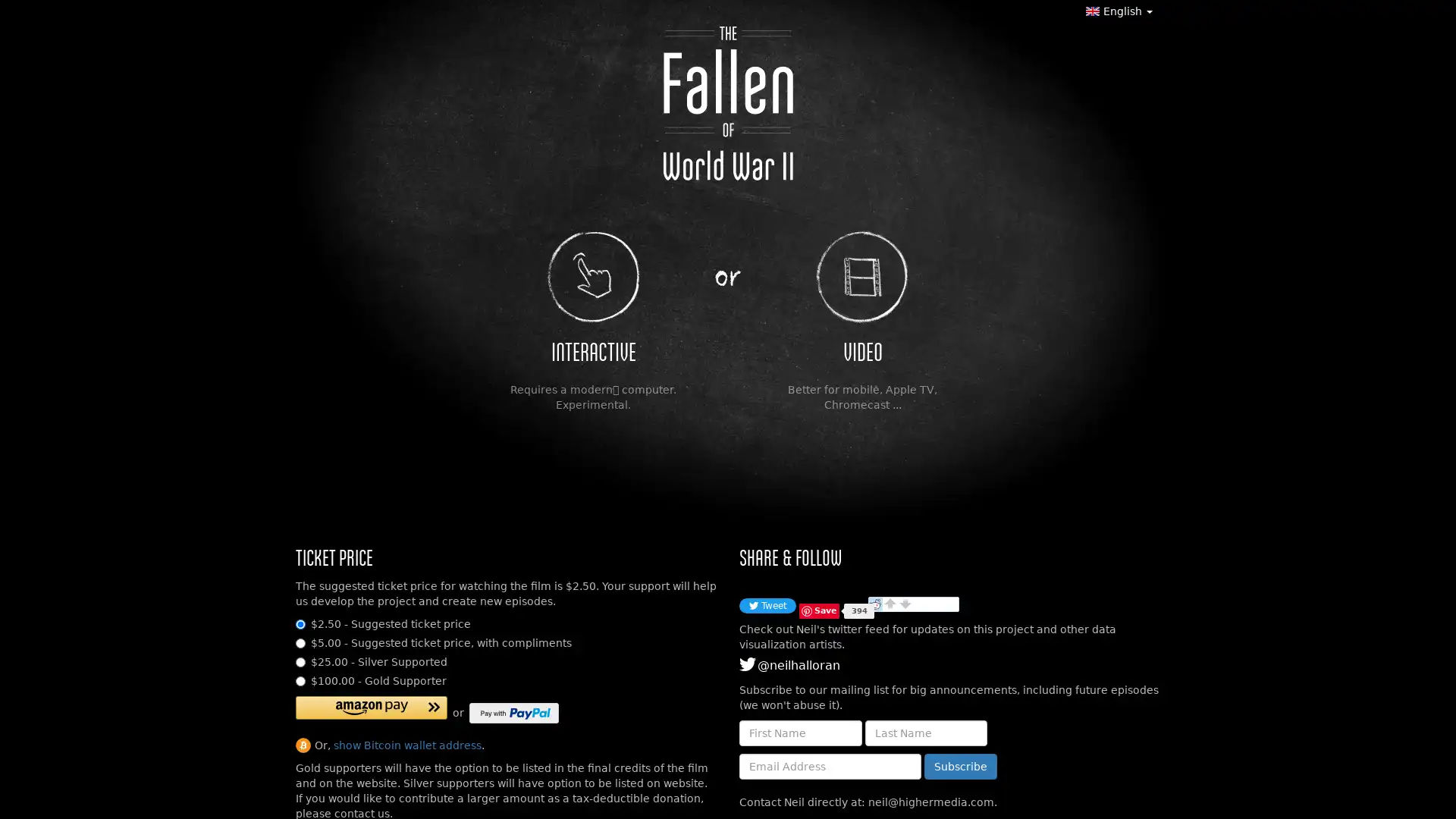 Image resolution: width=1456 pixels, height=819 pixels. I want to click on PayPal - The safer, easier way to pay online!, so click(513, 713).